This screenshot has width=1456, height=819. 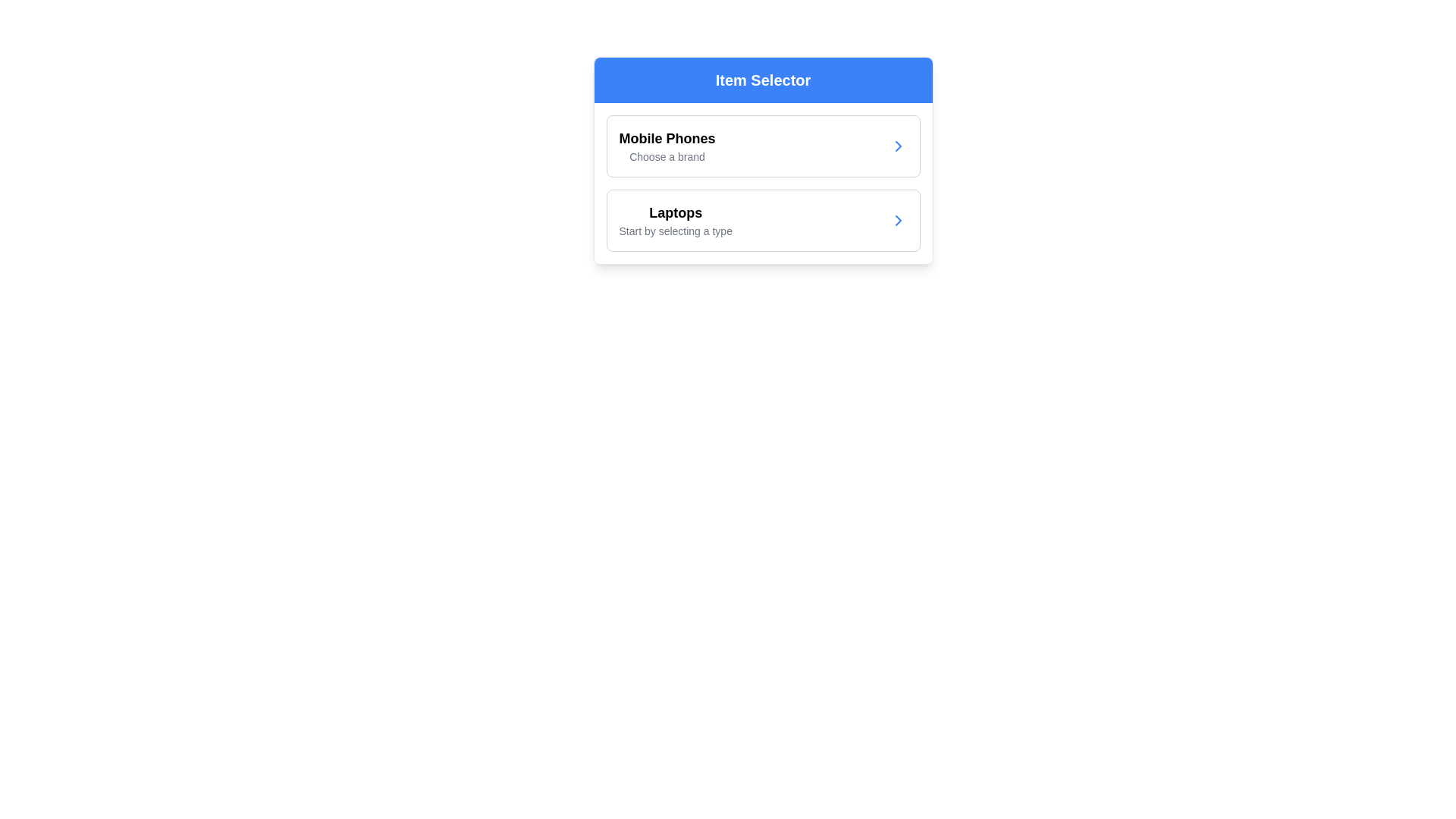 I want to click on the interactive arrow icon located in the second row of the cards section, aligned to the right side, so click(x=898, y=146).